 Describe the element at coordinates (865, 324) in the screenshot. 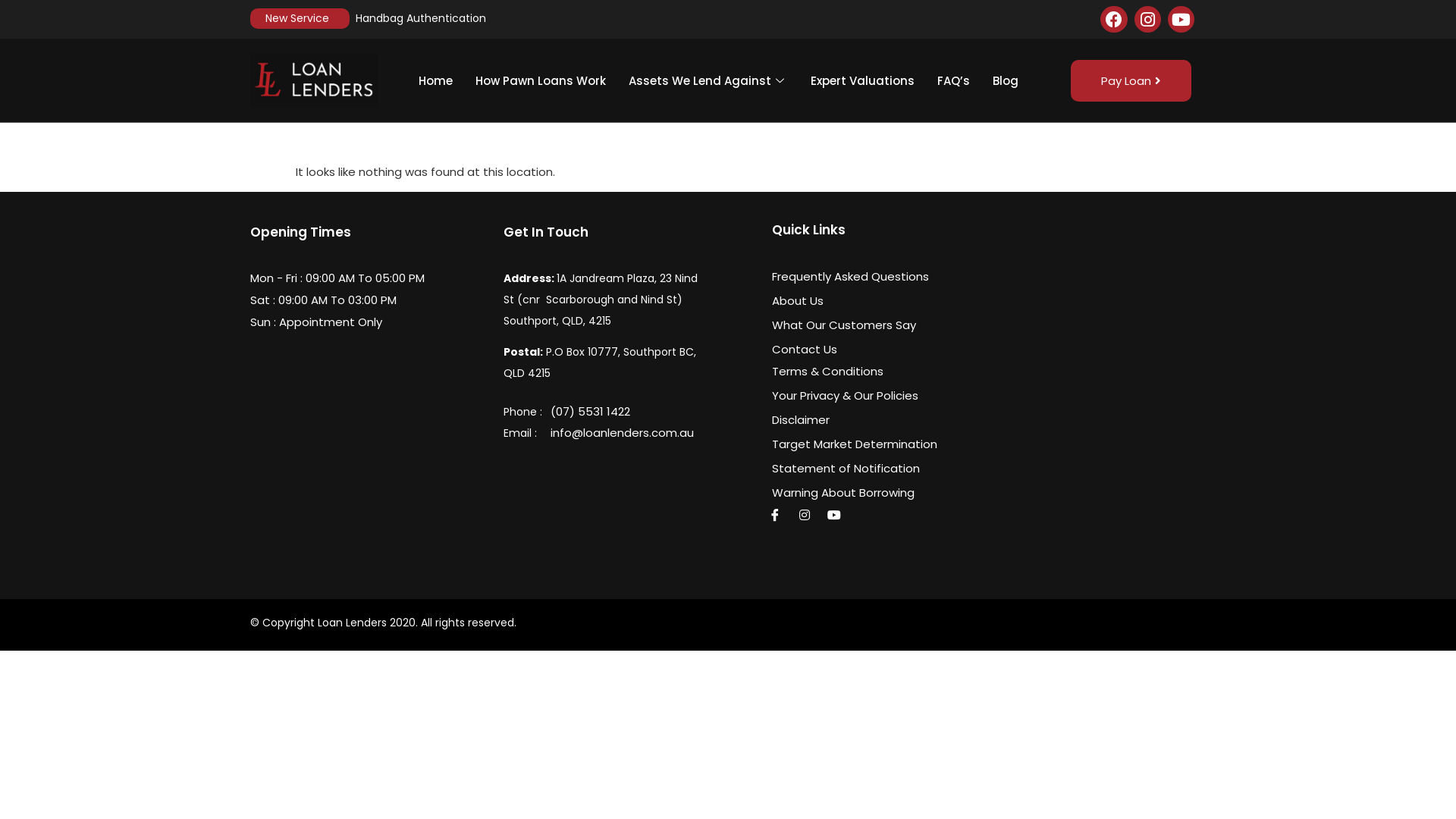

I see `'What Our Customers Say'` at that location.